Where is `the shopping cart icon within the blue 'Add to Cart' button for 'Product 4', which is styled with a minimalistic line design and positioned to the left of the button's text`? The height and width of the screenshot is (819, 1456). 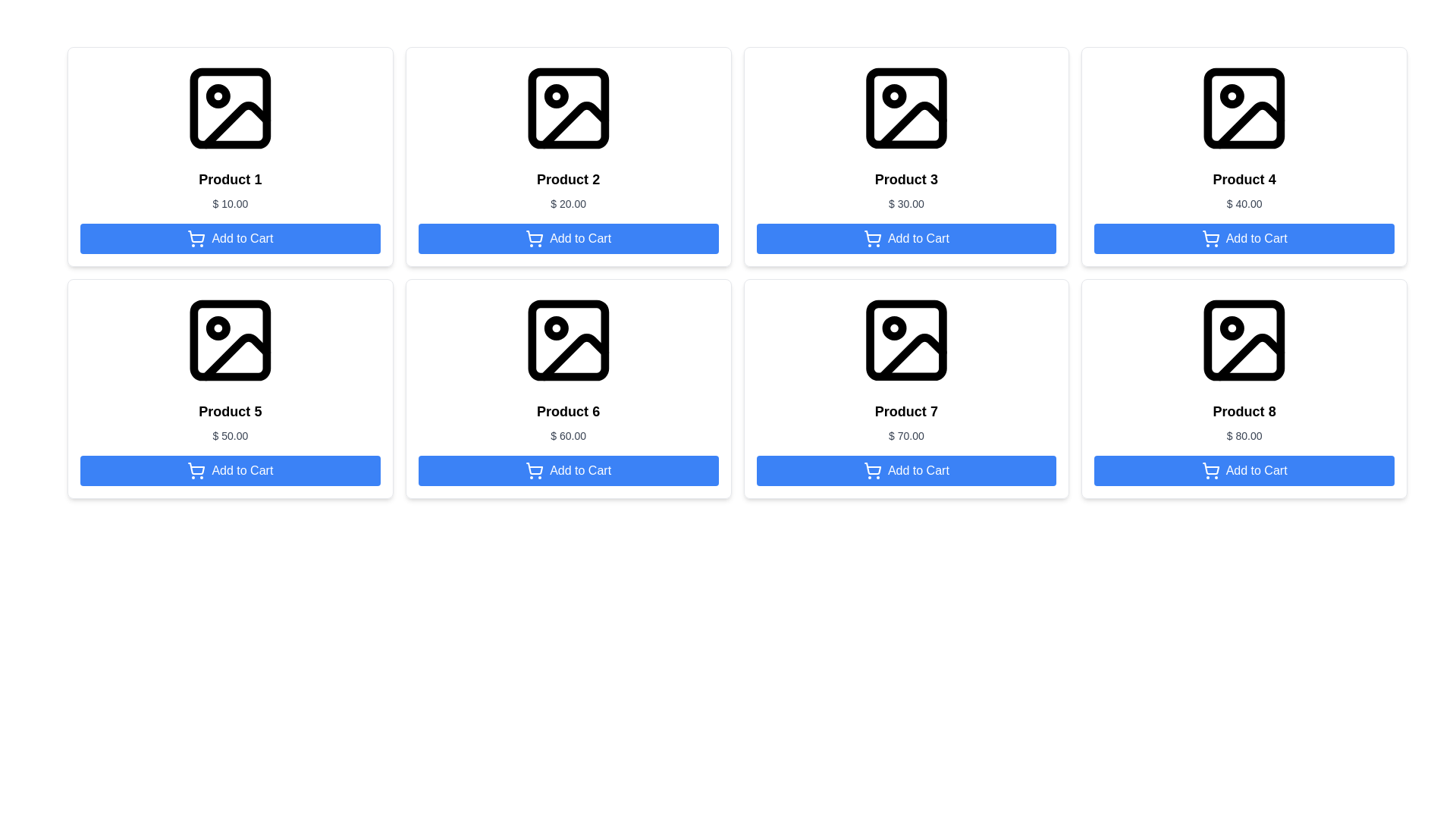 the shopping cart icon within the blue 'Add to Cart' button for 'Product 4', which is styled with a minimalistic line design and positioned to the left of the button's text is located at coordinates (1210, 239).